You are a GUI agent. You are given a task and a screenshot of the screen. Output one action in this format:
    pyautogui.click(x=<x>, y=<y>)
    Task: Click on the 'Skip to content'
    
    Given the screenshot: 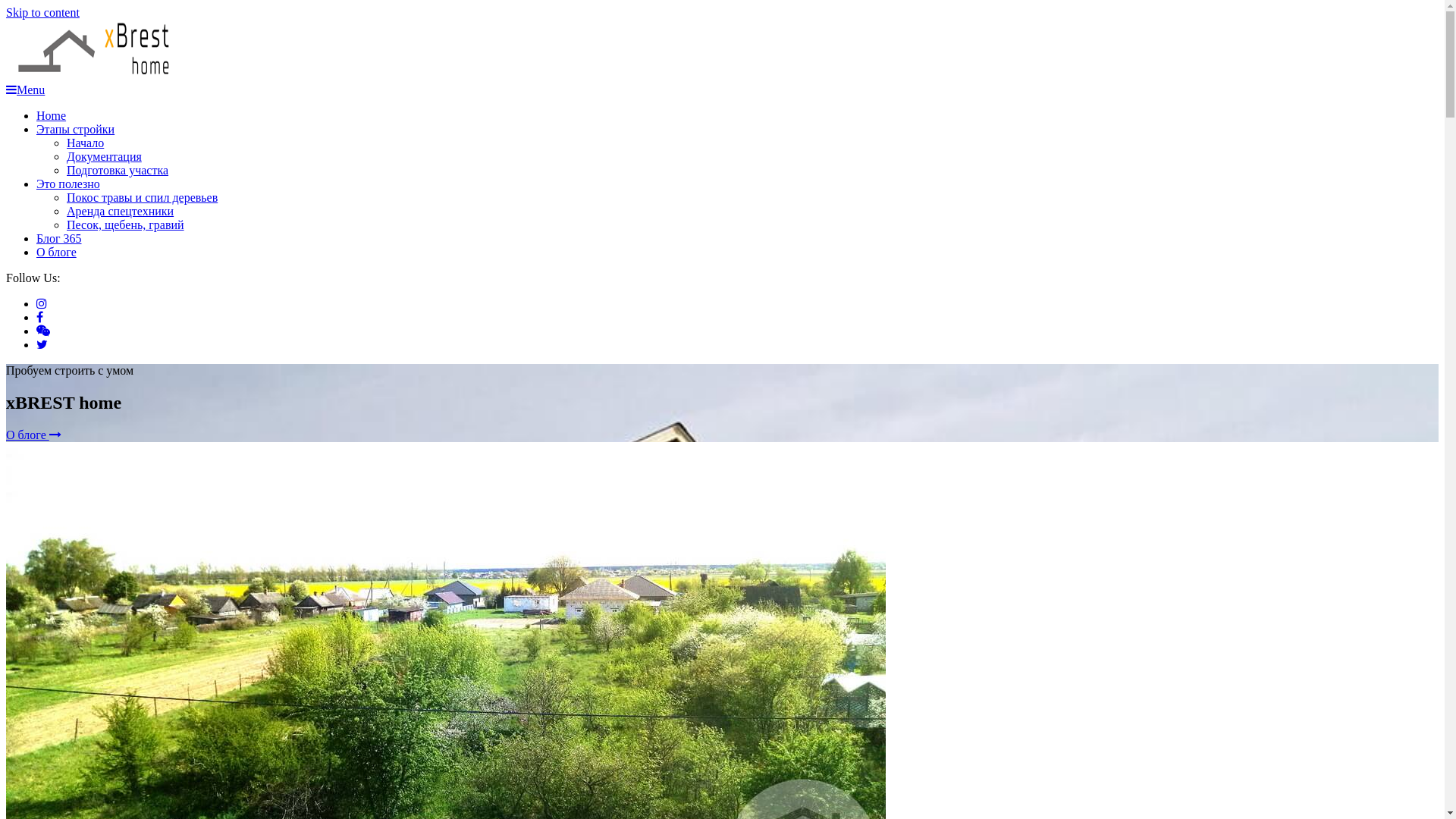 What is the action you would take?
    pyautogui.click(x=6, y=12)
    